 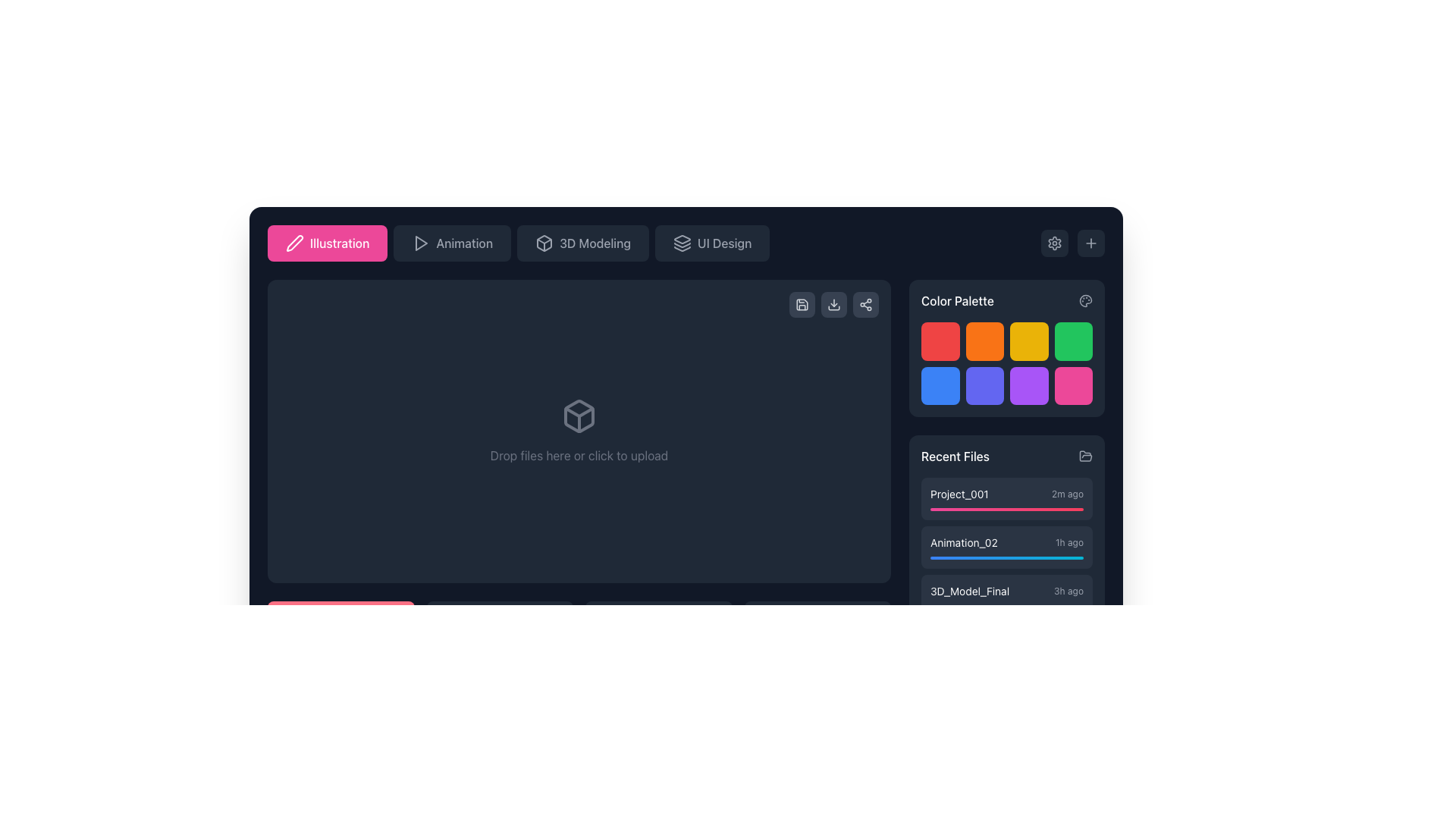 What do you see at coordinates (723, 242) in the screenshot?
I see `the text label displaying 'UI Design', which is styled with a medium-weight font and is located in the navigation bar next to an icon` at bounding box center [723, 242].